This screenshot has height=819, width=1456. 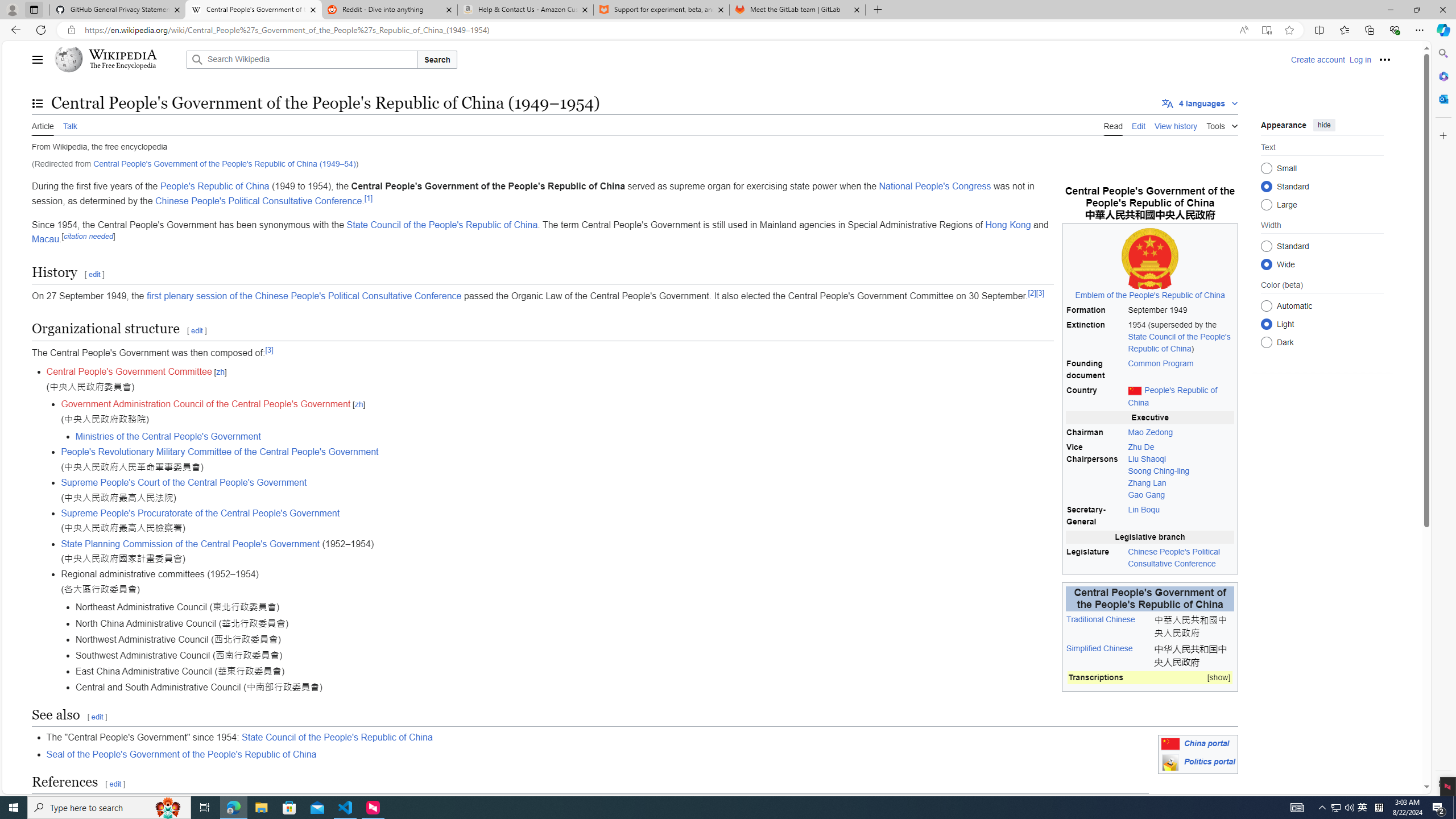 What do you see at coordinates (1095, 516) in the screenshot?
I see `'Secretary-General'` at bounding box center [1095, 516].